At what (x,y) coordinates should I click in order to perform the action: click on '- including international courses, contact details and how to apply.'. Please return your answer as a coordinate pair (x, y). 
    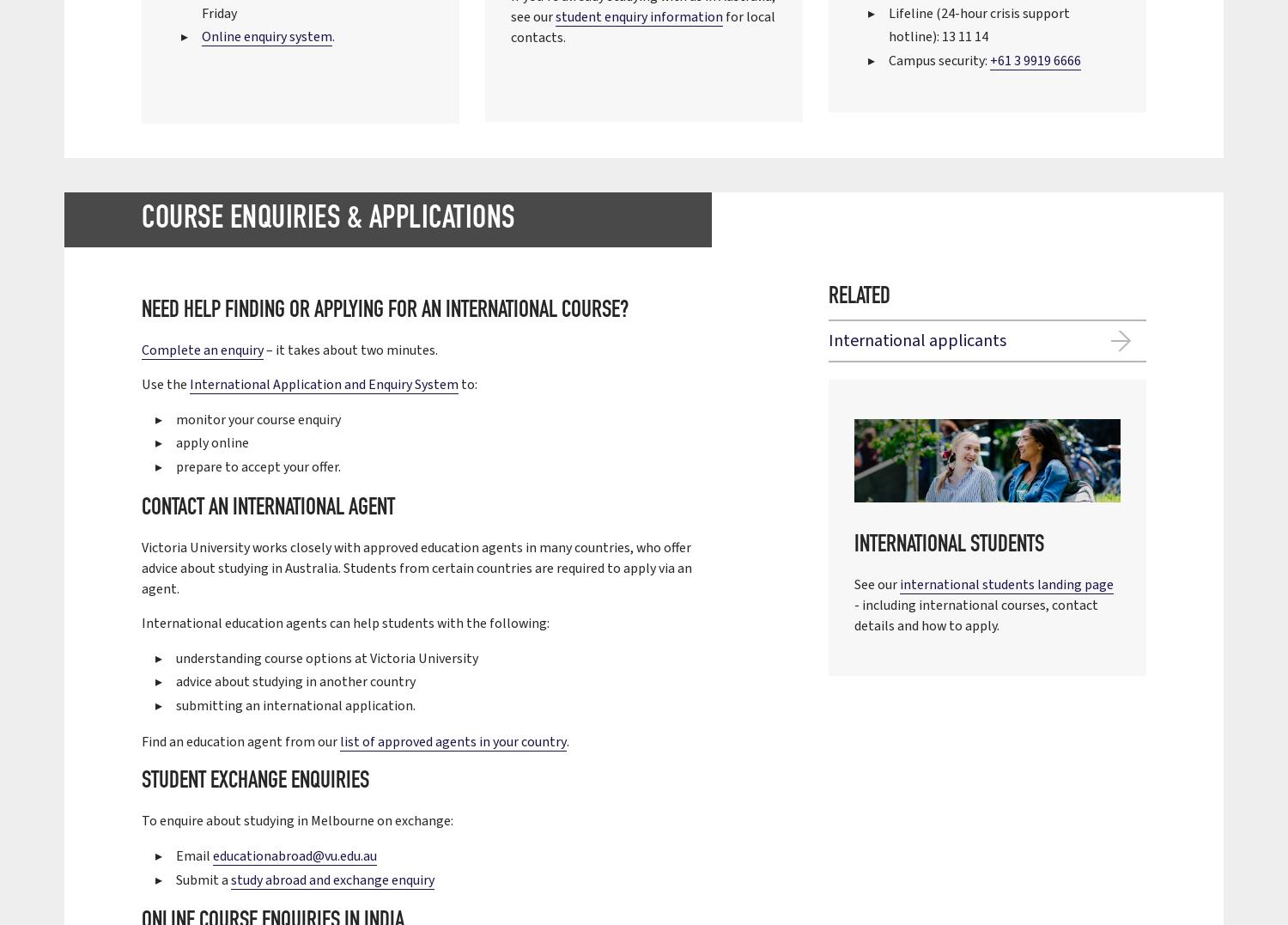
    Looking at the image, I should click on (976, 614).